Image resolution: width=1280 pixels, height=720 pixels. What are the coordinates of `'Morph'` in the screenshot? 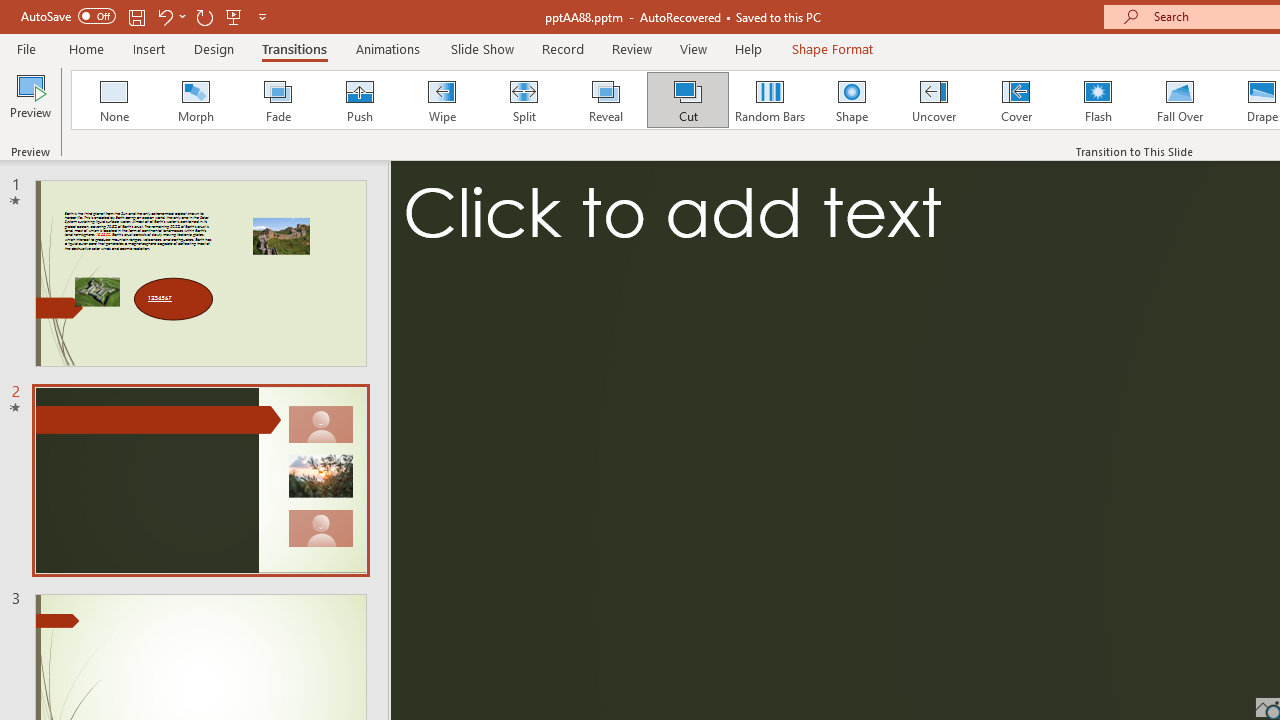 It's located at (195, 100).